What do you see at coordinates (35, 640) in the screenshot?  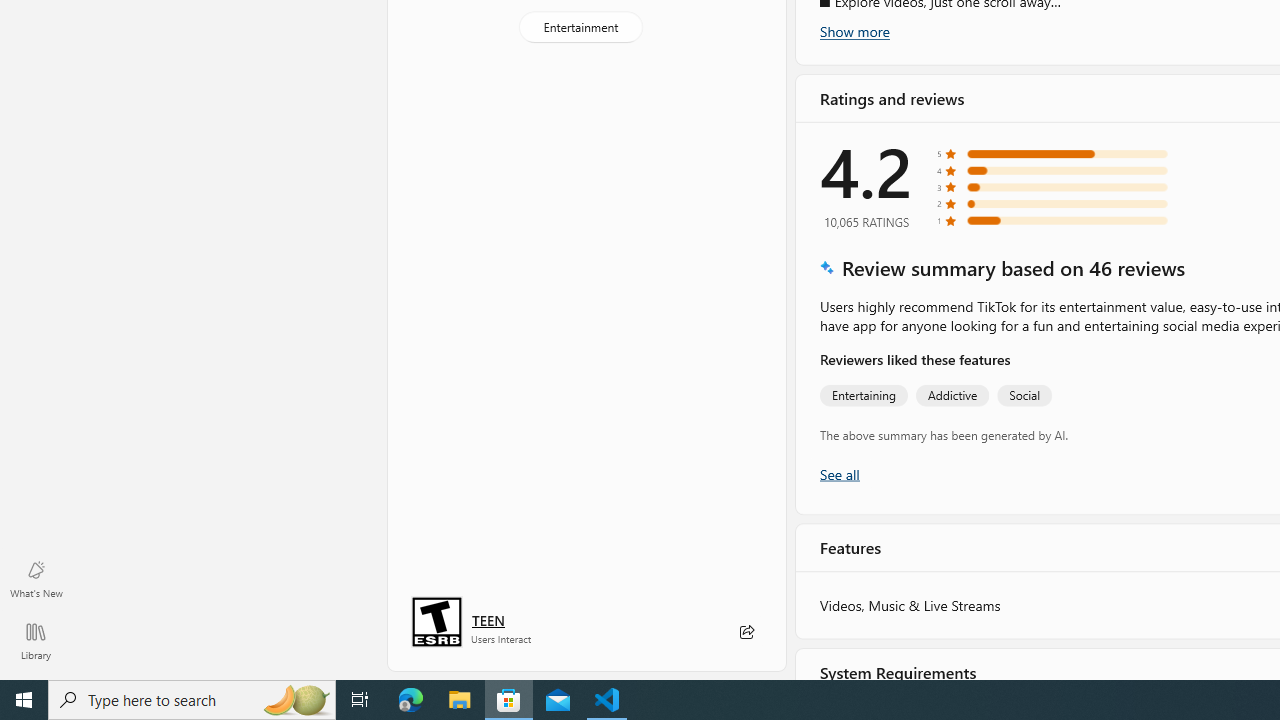 I see `'Library'` at bounding box center [35, 640].